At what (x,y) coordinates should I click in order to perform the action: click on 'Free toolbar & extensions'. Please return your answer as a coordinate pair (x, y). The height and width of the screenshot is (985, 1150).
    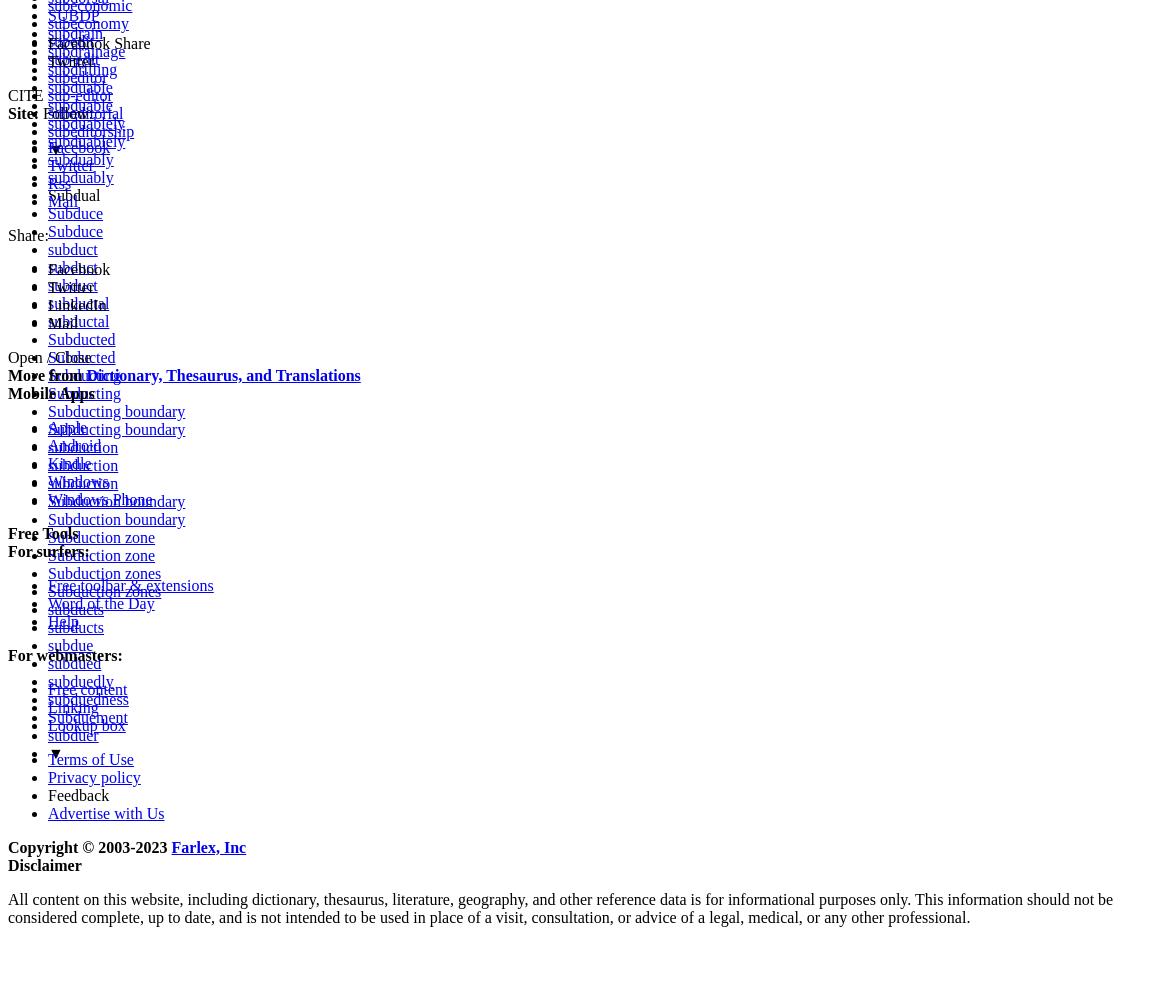
    Looking at the image, I should click on (129, 584).